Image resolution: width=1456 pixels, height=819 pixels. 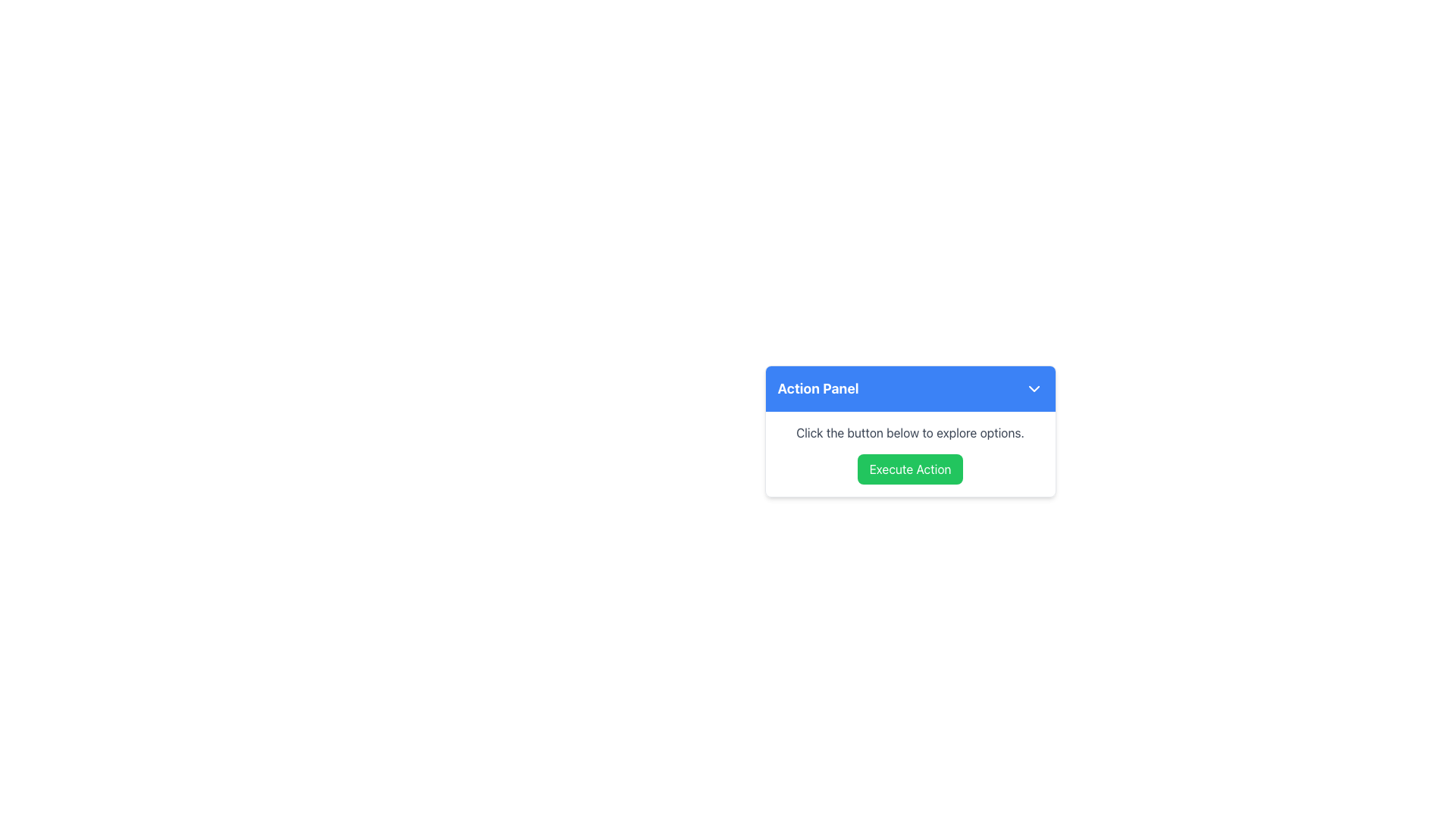 I want to click on the button with the green background and bold white text stating 'Execute Action', so click(x=910, y=468).